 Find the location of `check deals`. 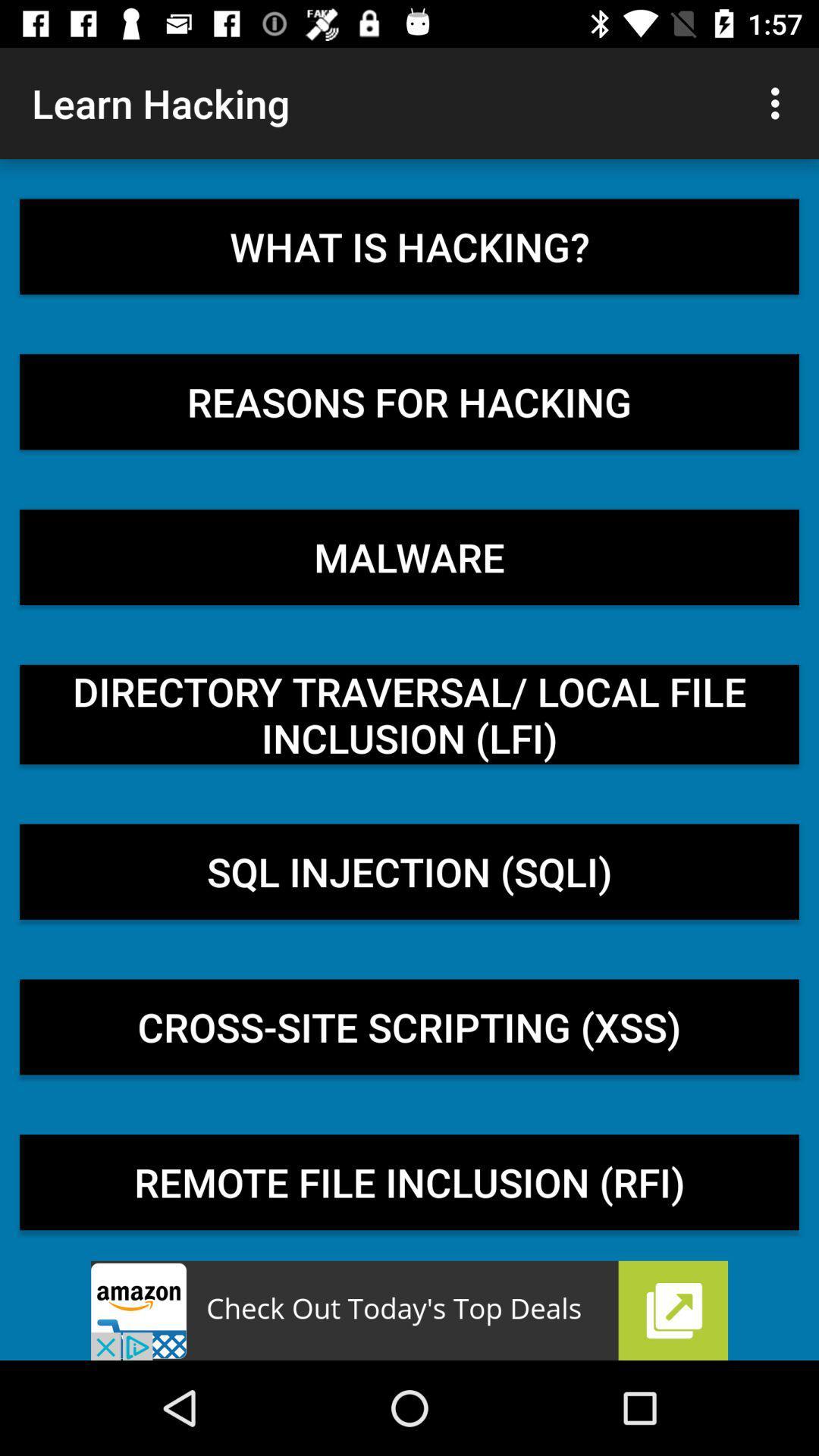

check deals is located at coordinates (409, 1310).